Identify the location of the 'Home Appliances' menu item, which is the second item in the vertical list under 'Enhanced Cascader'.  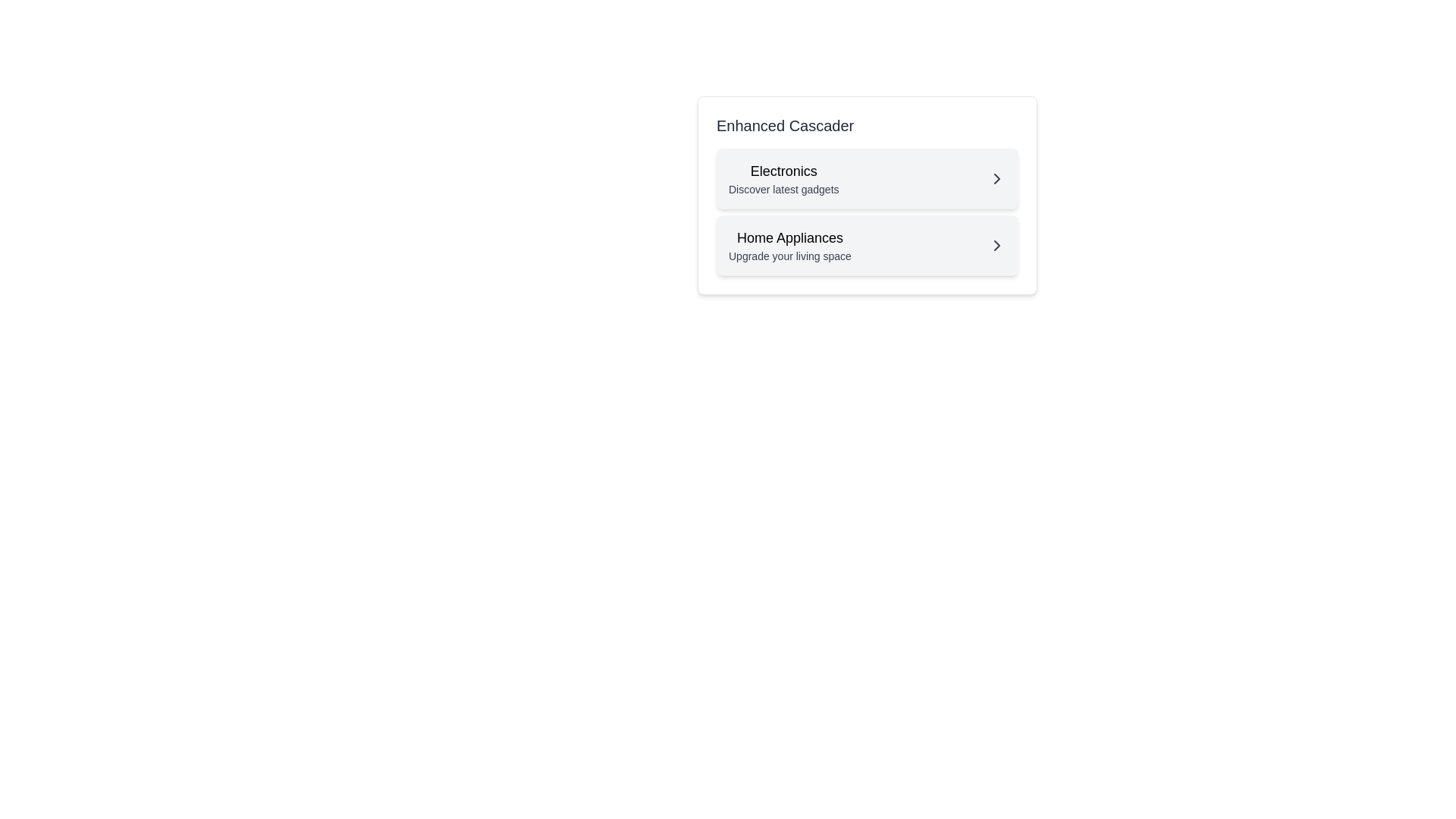
(867, 245).